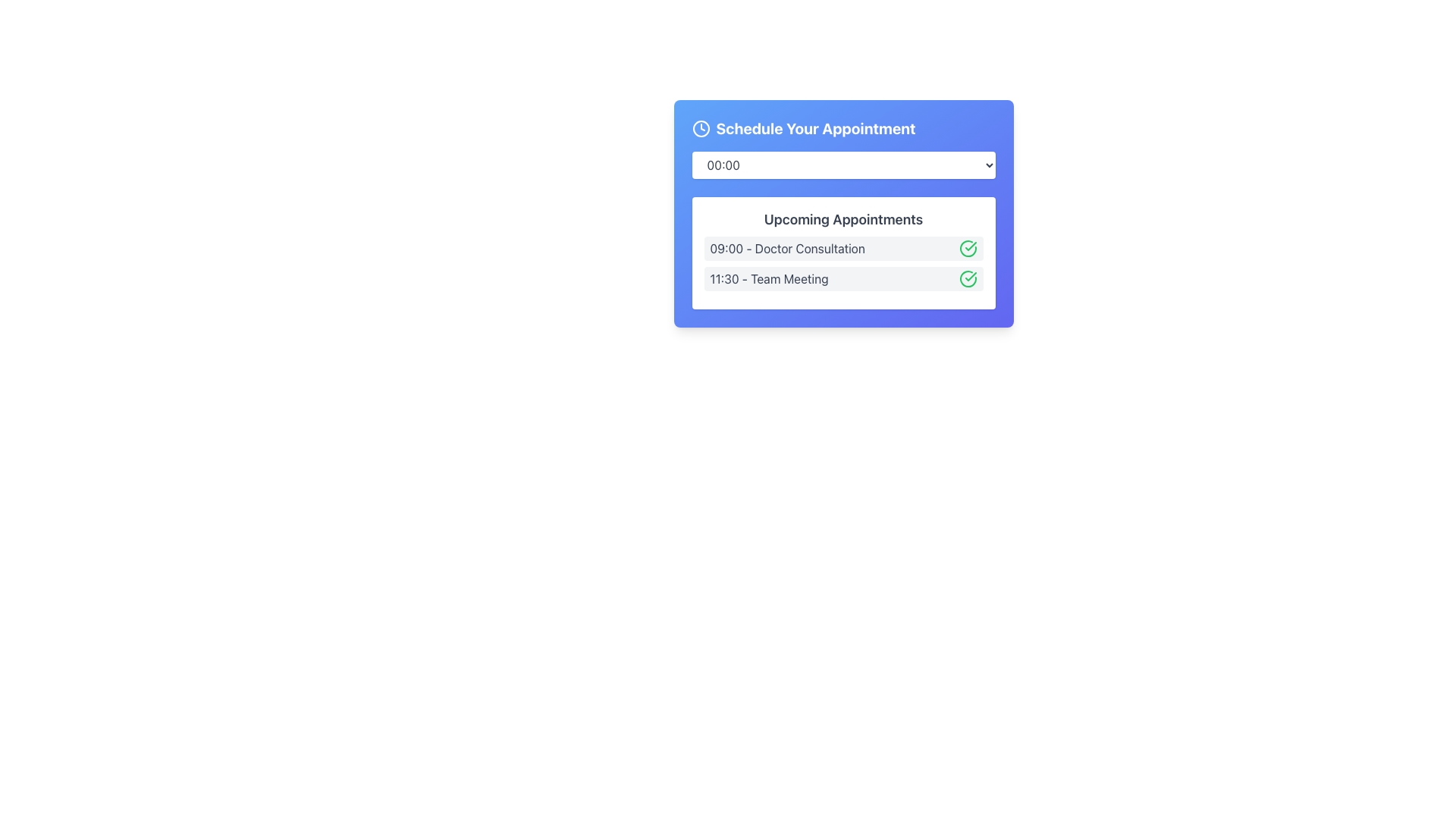  Describe the element at coordinates (814, 127) in the screenshot. I see `the Text label that serves as a title for the scheduling appointments section, located at the top of its containing section and centered within the blue title bar` at that location.